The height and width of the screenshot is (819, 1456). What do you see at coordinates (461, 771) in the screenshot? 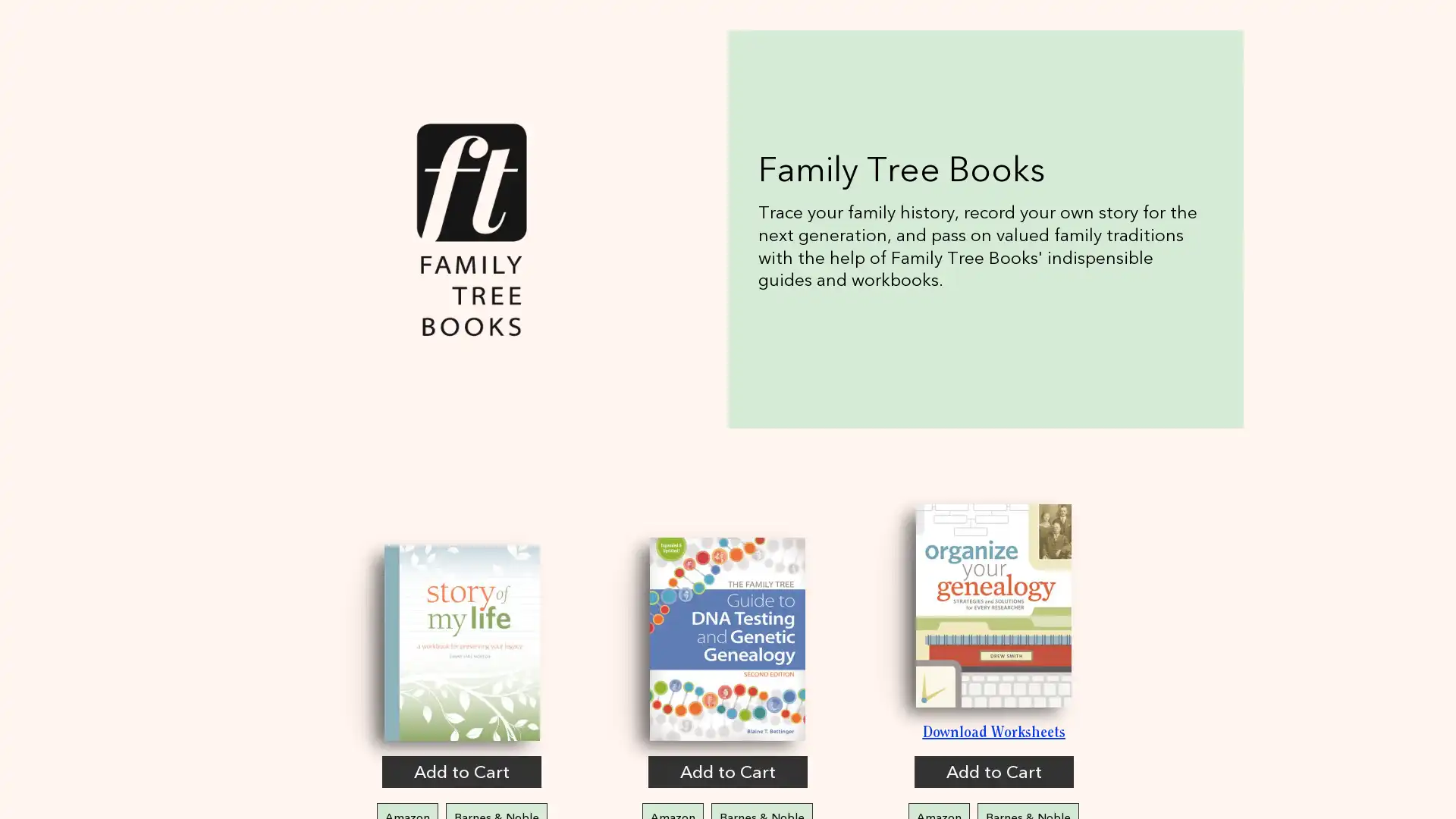
I see `Add to Cart` at bounding box center [461, 771].